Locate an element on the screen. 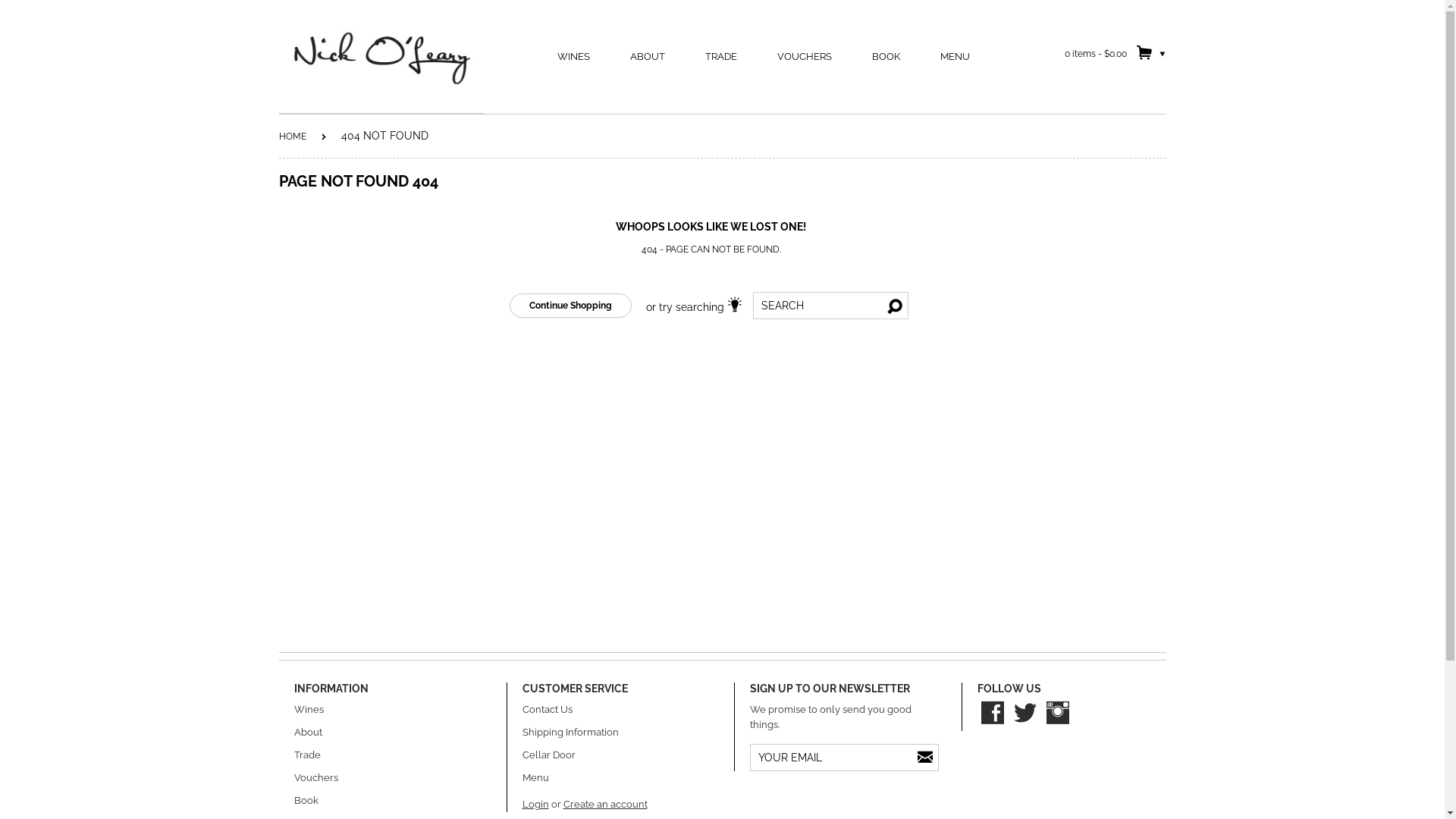 This screenshot has height=819, width=1456. 'Shipping Information' is located at coordinates (569, 731).